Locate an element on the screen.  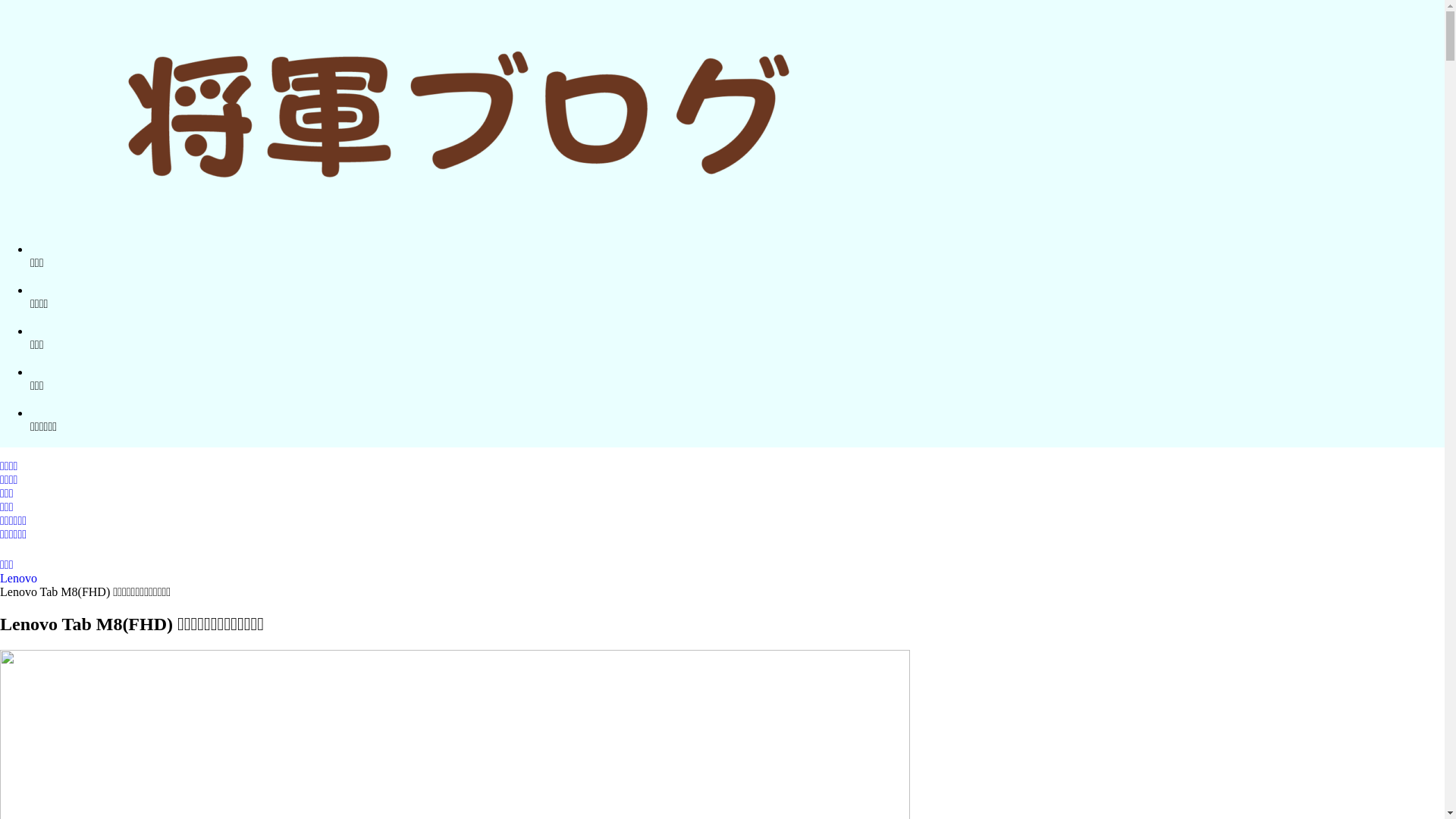
'Lenovo' is located at coordinates (18, 578).